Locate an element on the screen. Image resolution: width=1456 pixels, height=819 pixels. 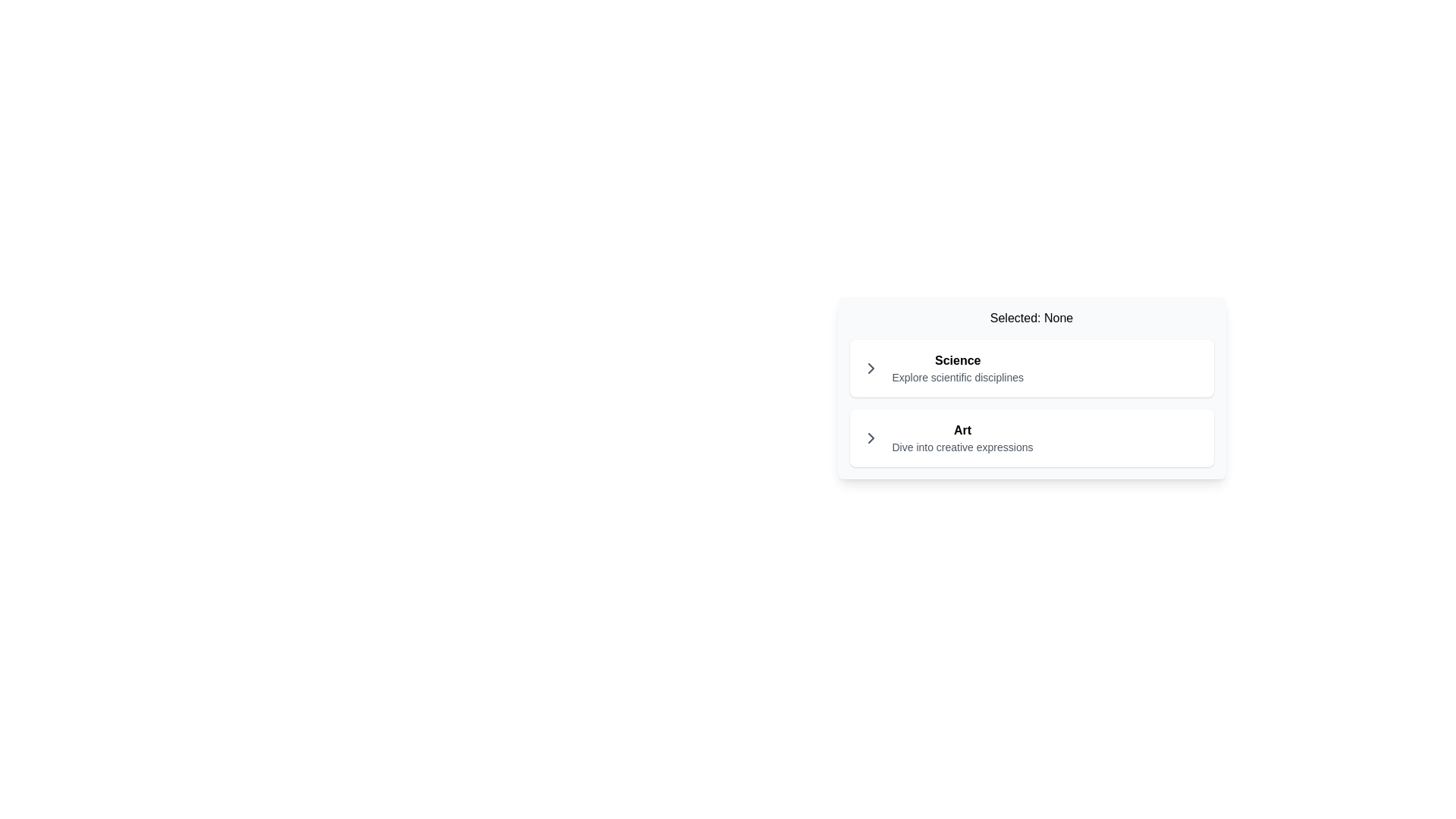
the 'Art' text label element located beneath the 'Science' label for keyboard navigation is located at coordinates (962, 430).